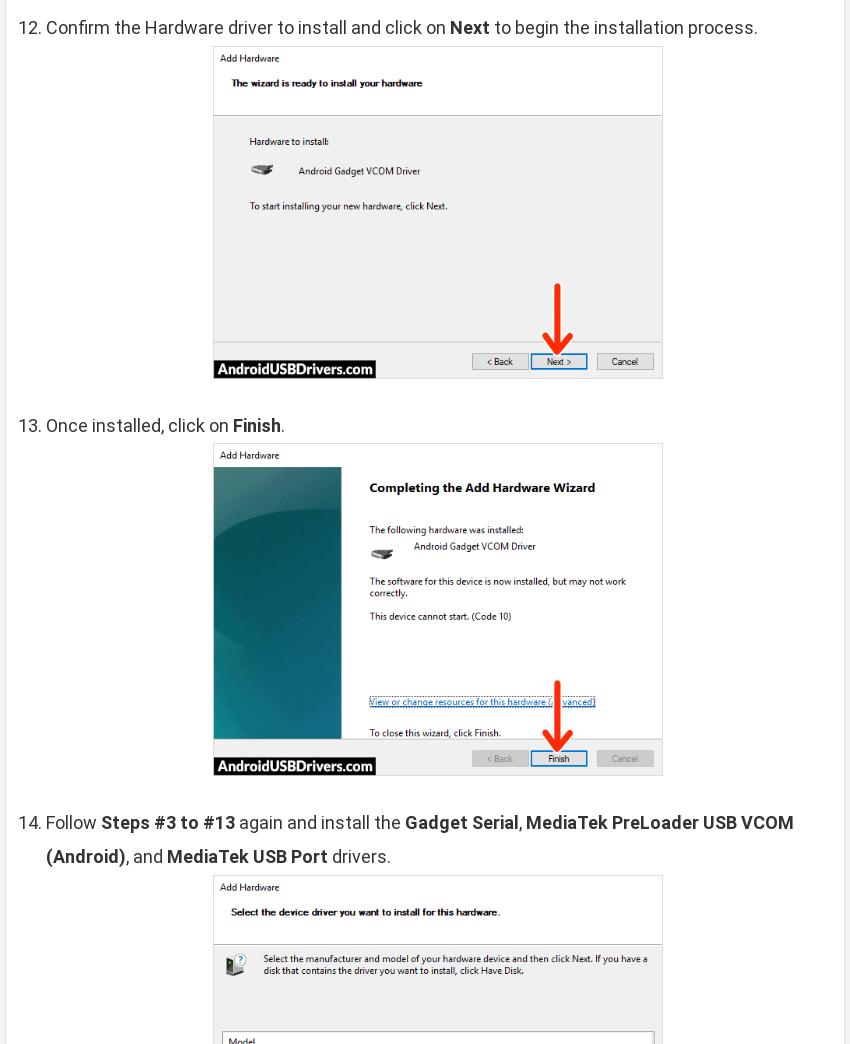 The width and height of the screenshot is (850, 1044). What do you see at coordinates (167, 821) in the screenshot?
I see `'Steps #3 to #13'` at bounding box center [167, 821].